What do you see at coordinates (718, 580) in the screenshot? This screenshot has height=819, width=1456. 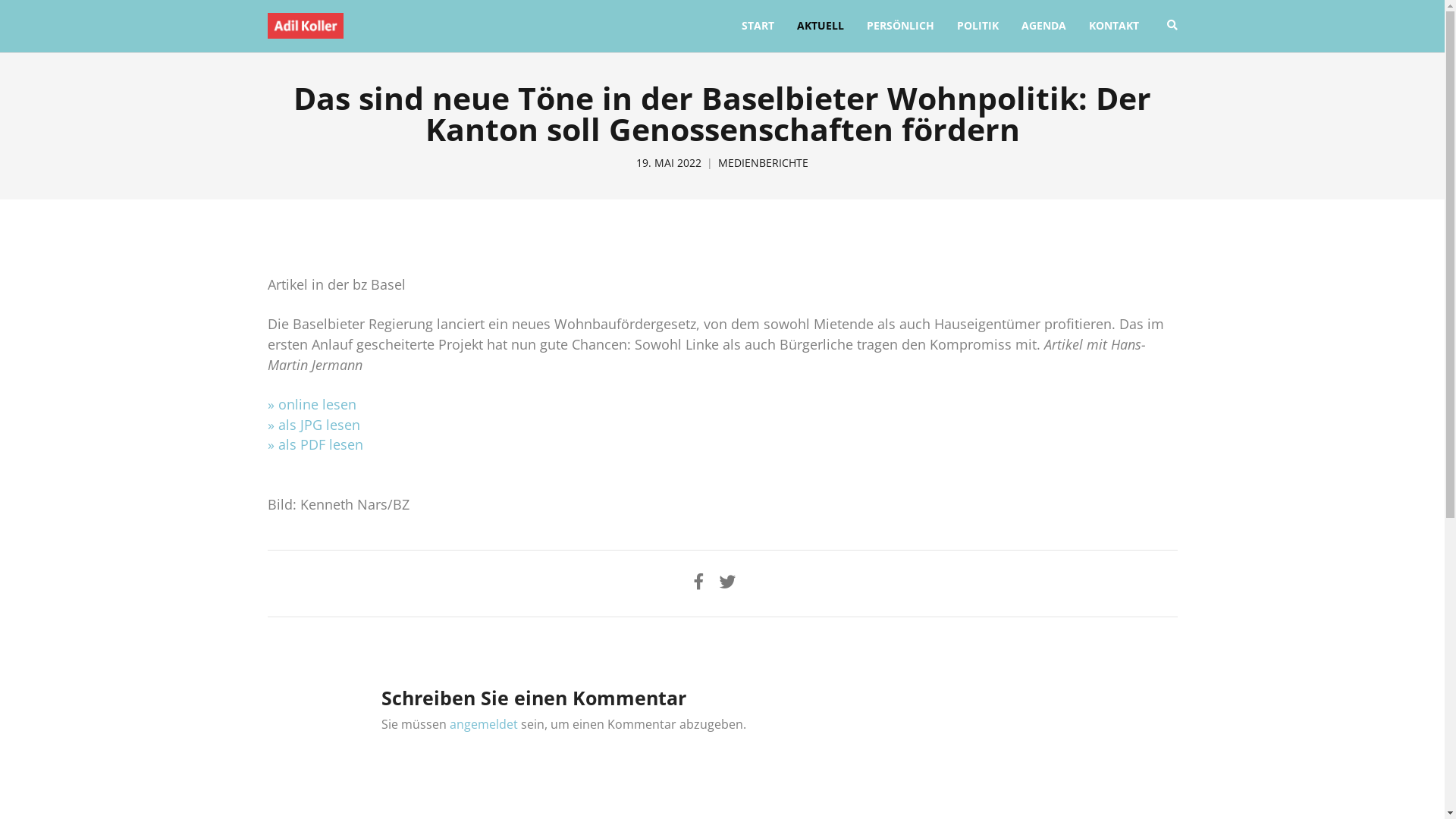 I see `'Share on Twitter'` at bounding box center [718, 580].